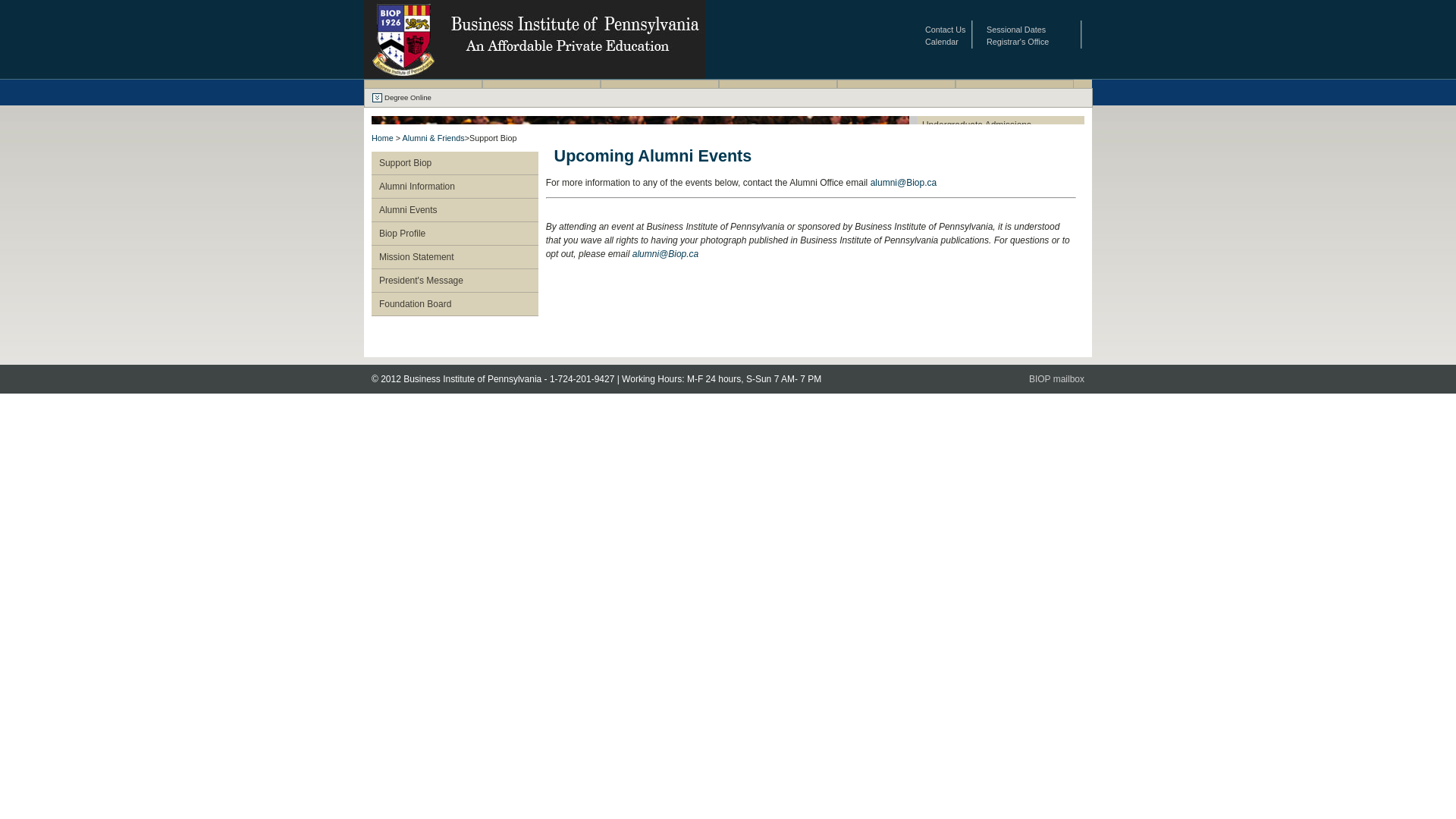  Describe the element at coordinates (666, 253) in the screenshot. I see `'alumni@Biop.ca'` at that location.